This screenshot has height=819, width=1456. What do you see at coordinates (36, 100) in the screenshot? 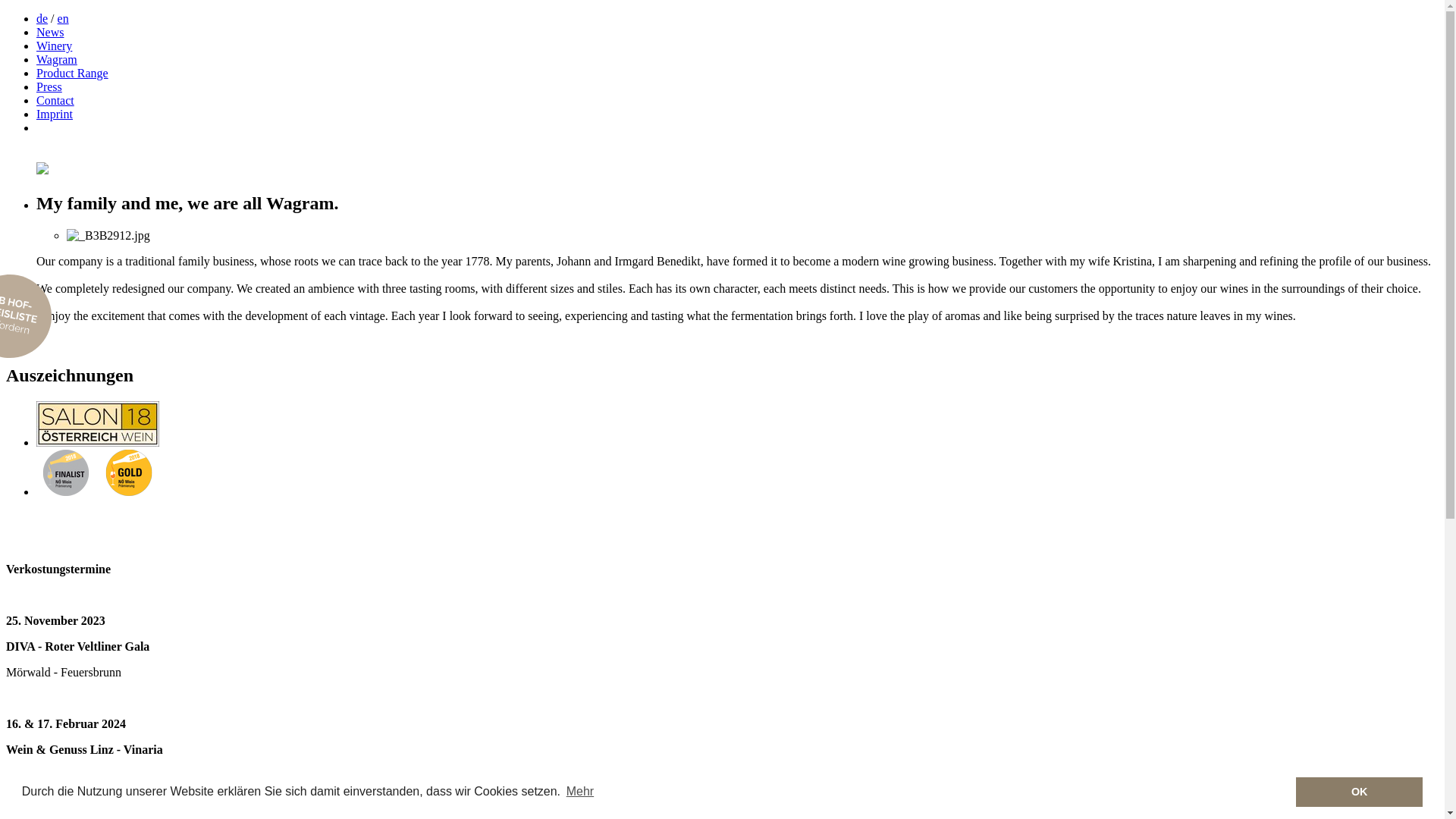
I see `'Contact'` at bounding box center [36, 100].